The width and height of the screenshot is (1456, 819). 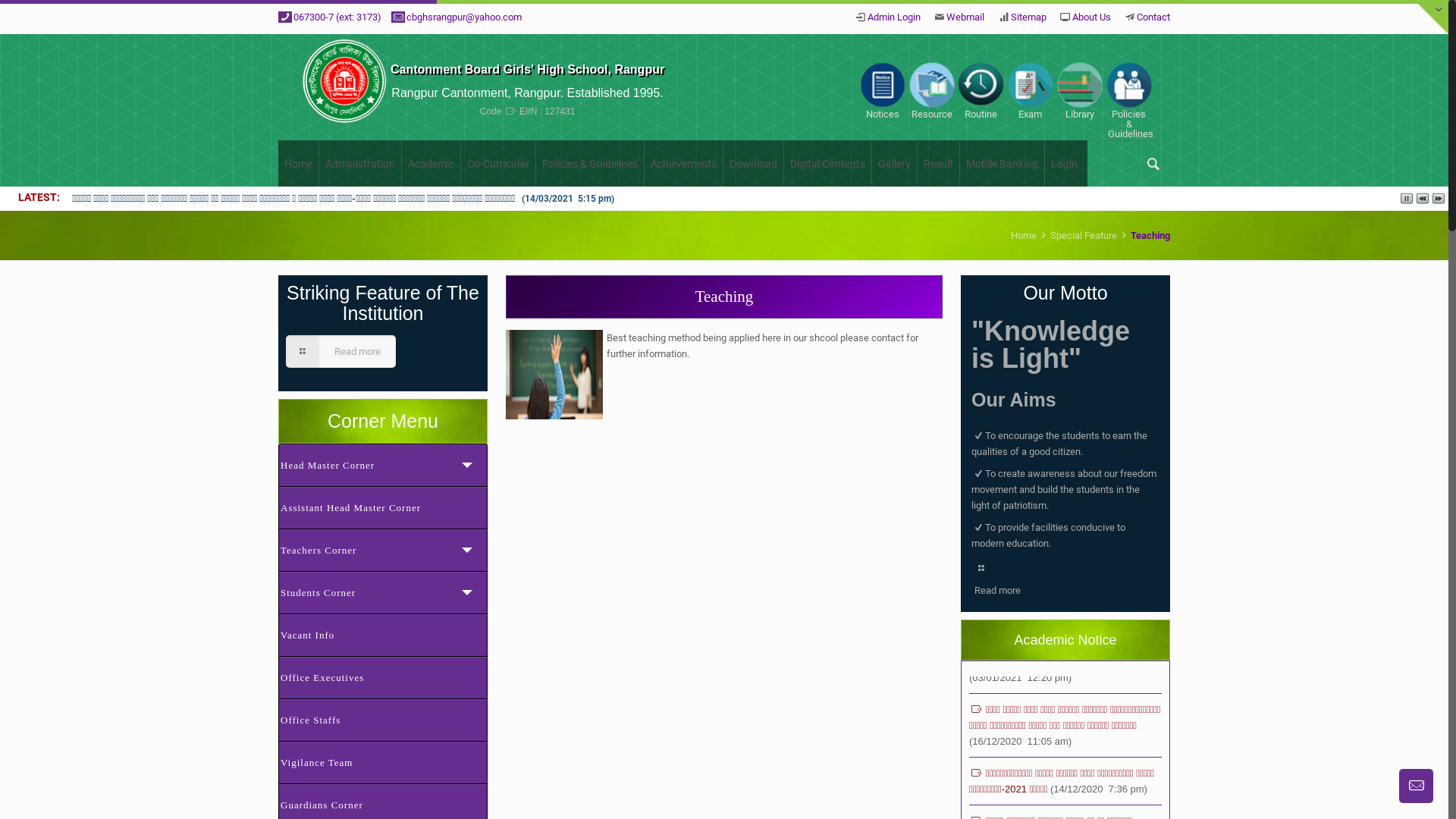 I want to click on 'Edu Institute', so click(x=344, y=87).